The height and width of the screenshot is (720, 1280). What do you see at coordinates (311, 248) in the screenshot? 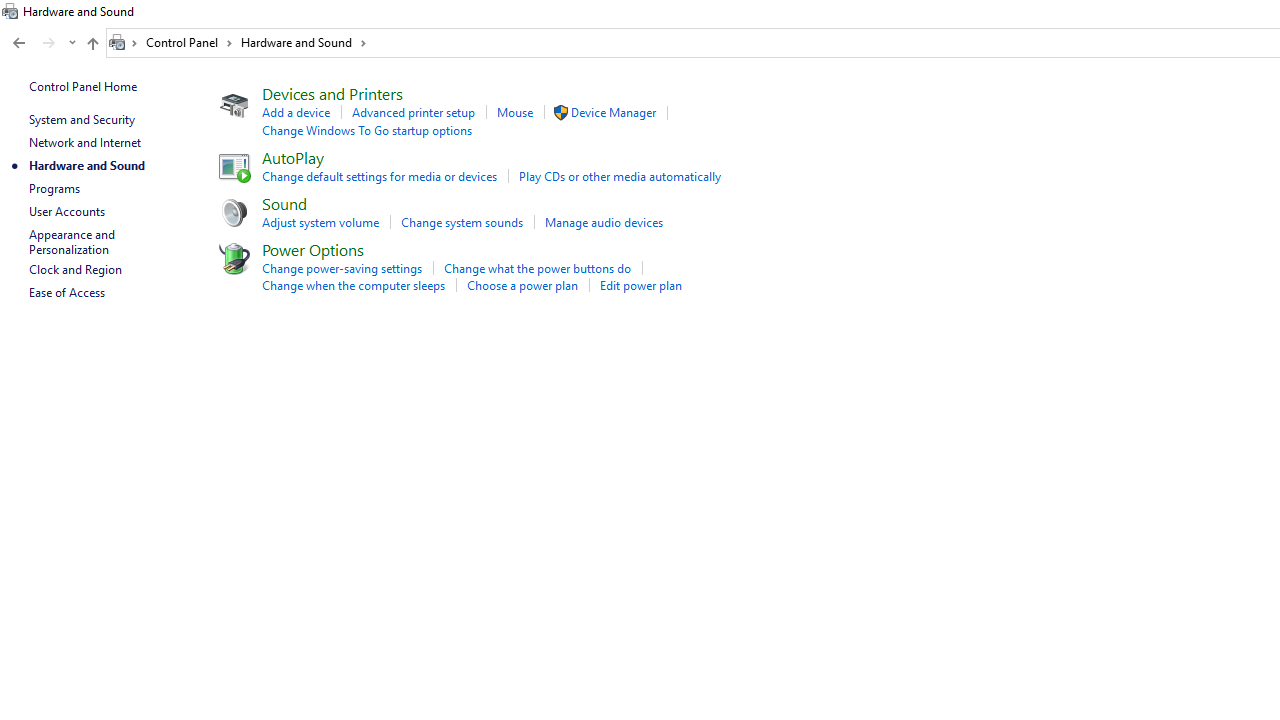
I see `'Power Options'` at bounding box center [311, 248].